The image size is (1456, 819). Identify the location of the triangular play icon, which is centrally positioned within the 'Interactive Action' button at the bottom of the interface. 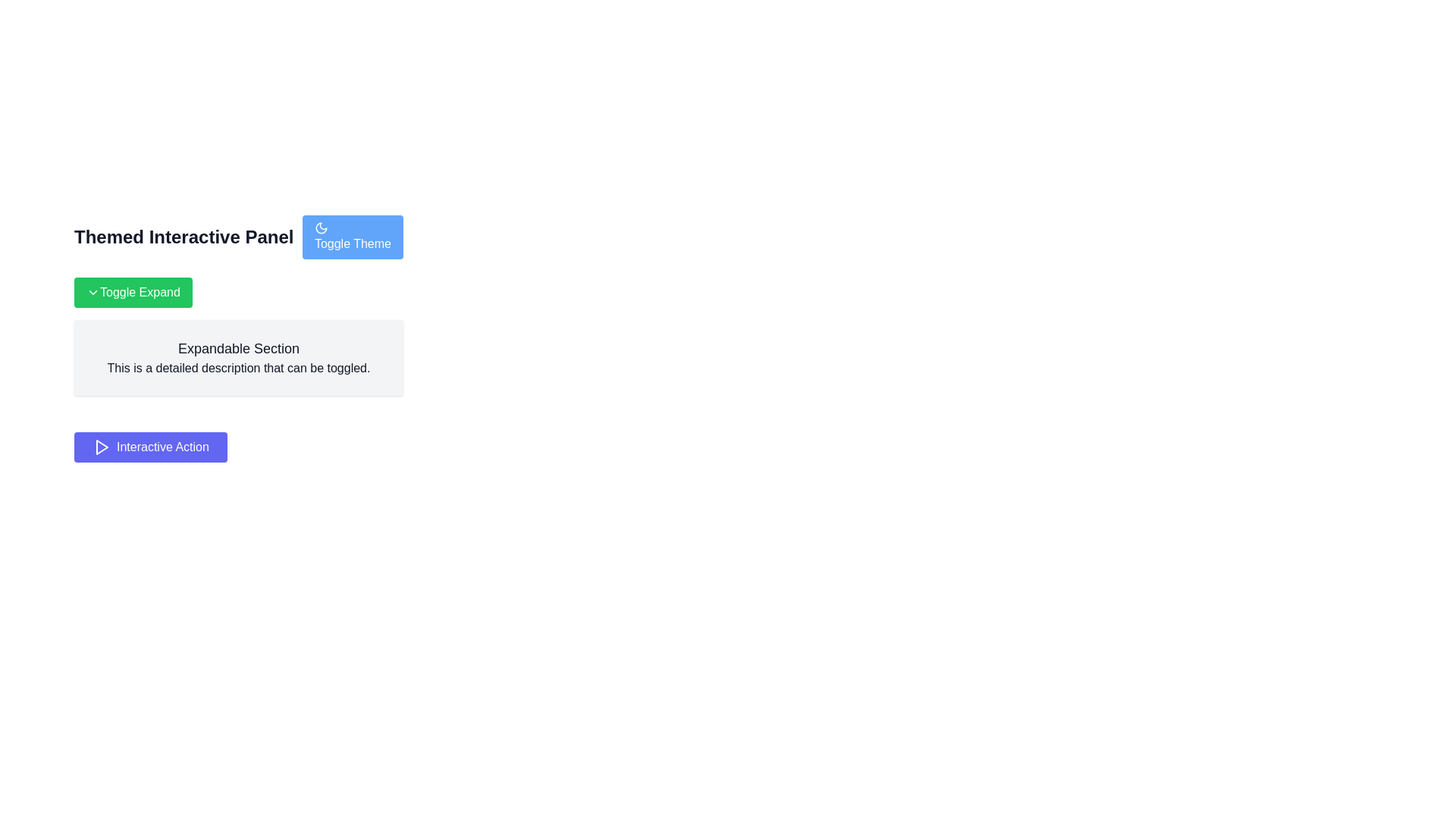
(101, 447).